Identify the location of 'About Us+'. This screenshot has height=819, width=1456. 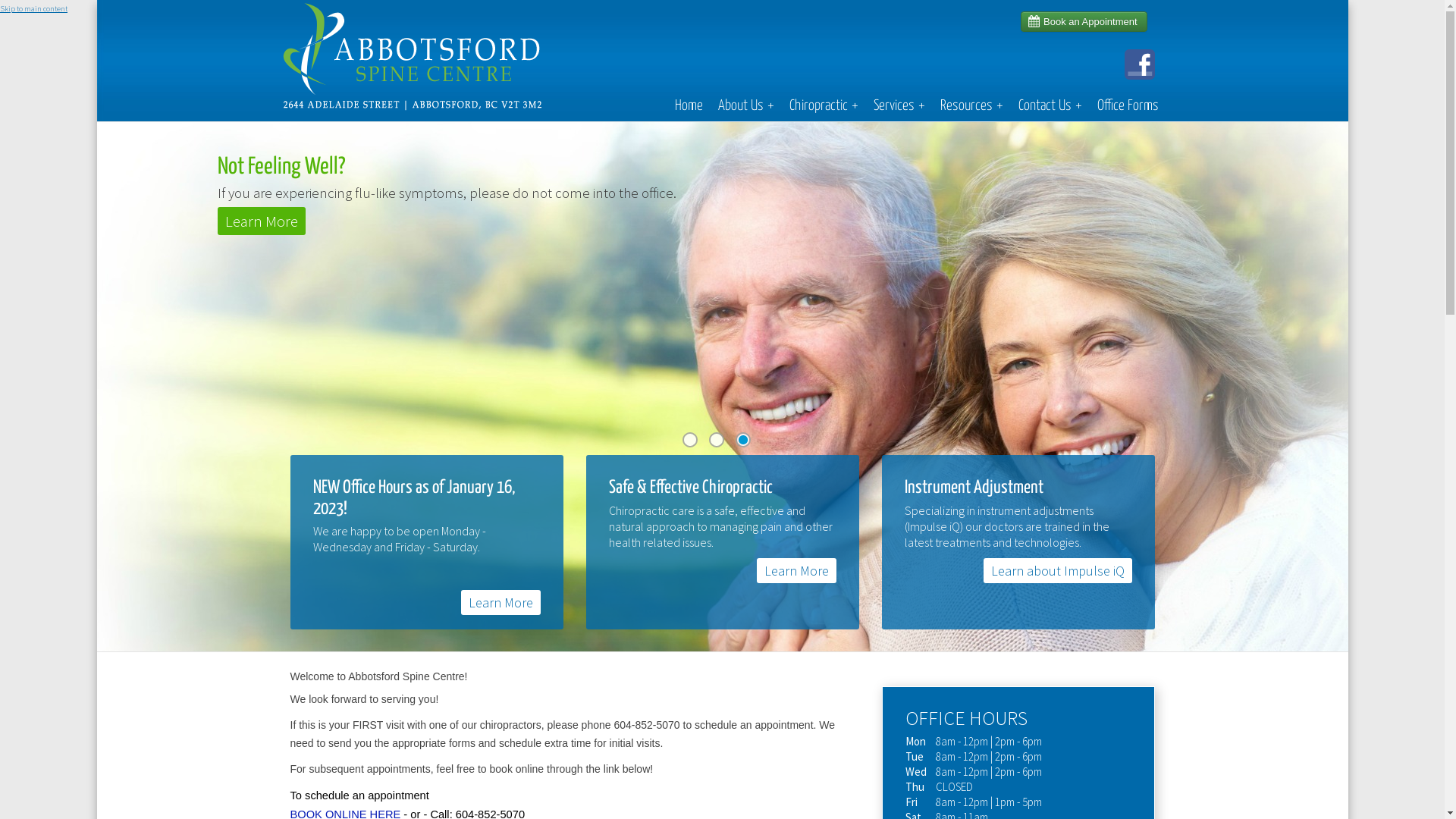
(745, 105).